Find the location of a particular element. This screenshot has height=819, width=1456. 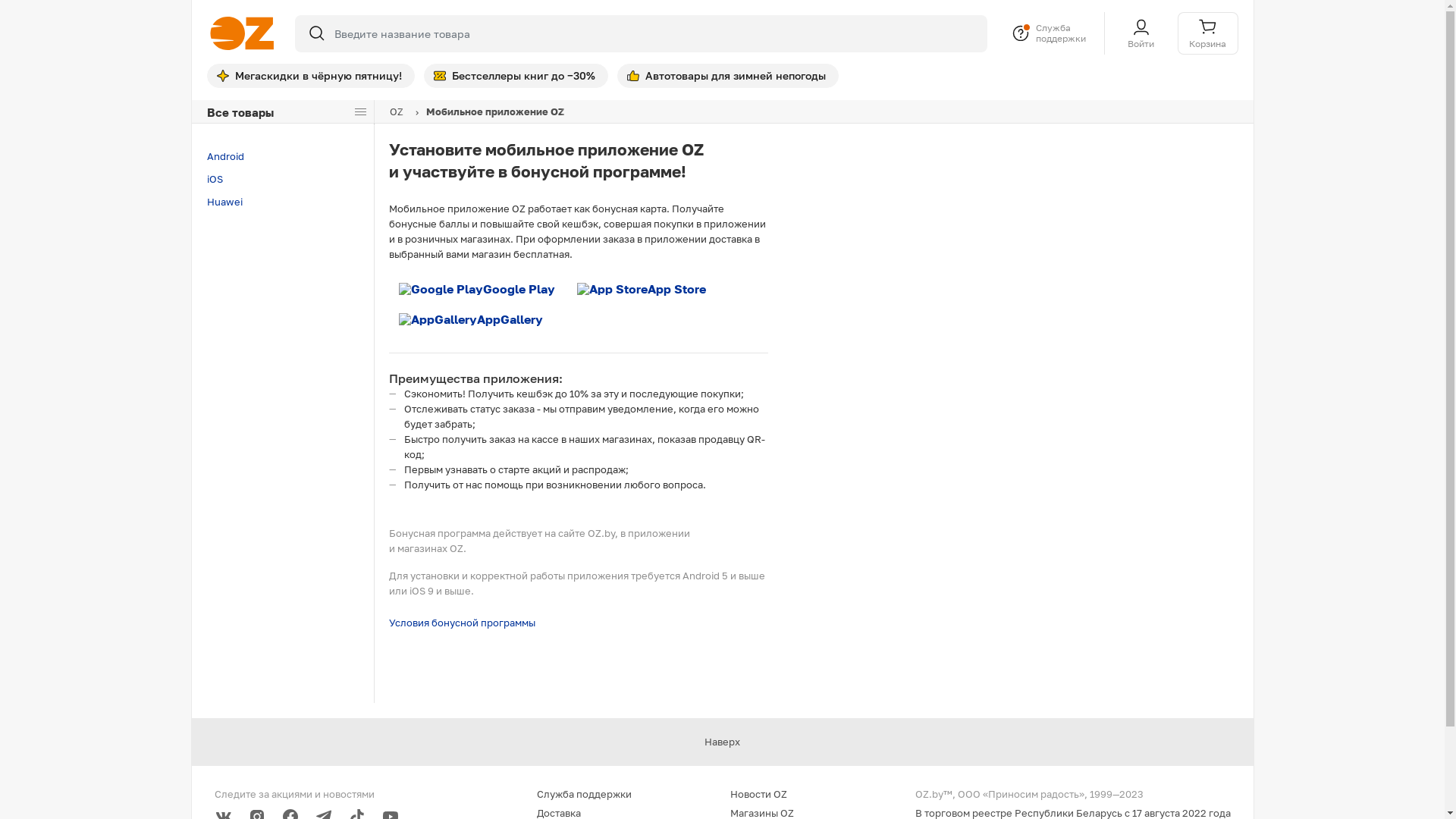

'App Store' is located at coordinates (641, 289).